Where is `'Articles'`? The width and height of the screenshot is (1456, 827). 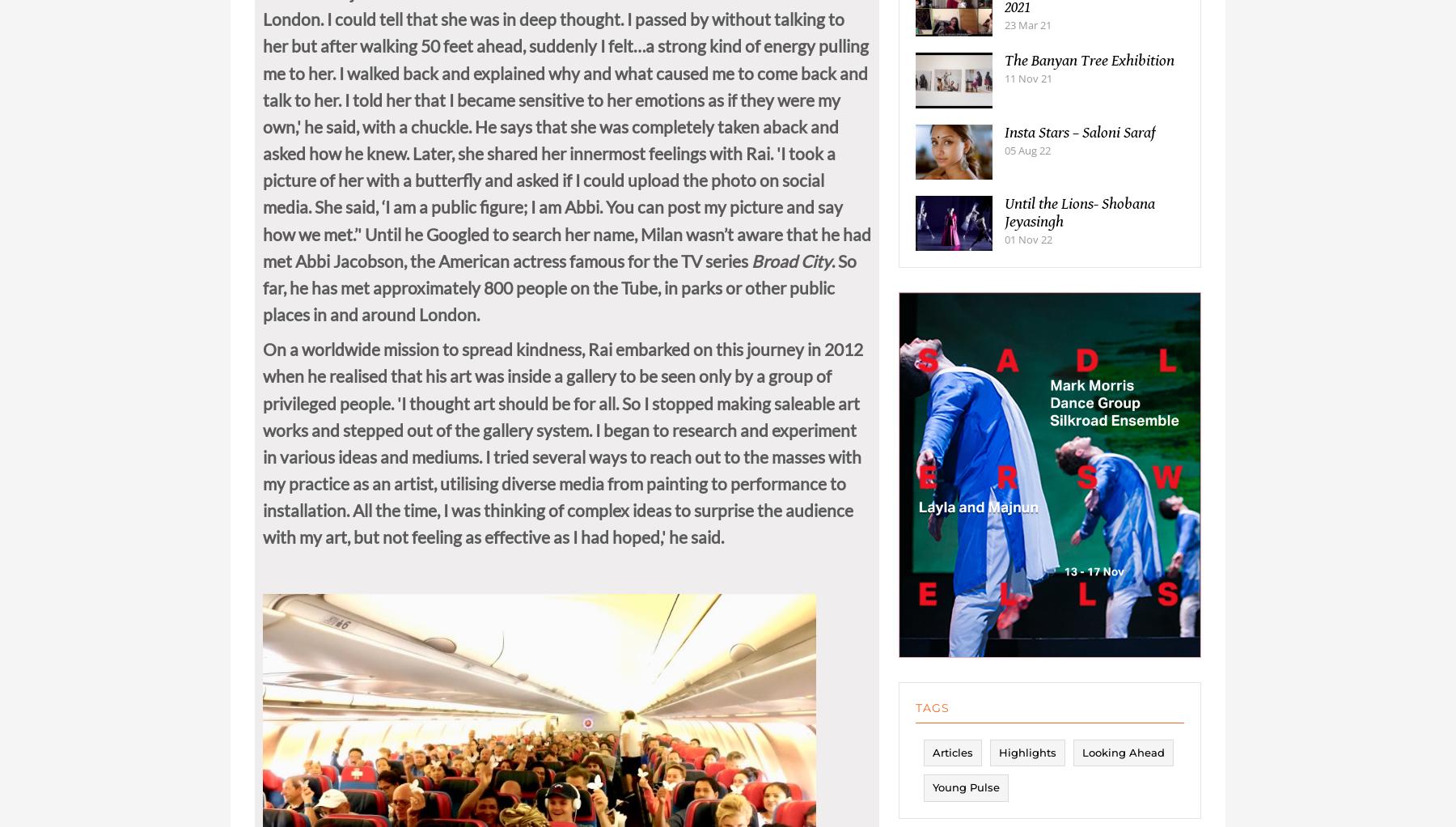
'Articles' is located at coordinates (932, 768).